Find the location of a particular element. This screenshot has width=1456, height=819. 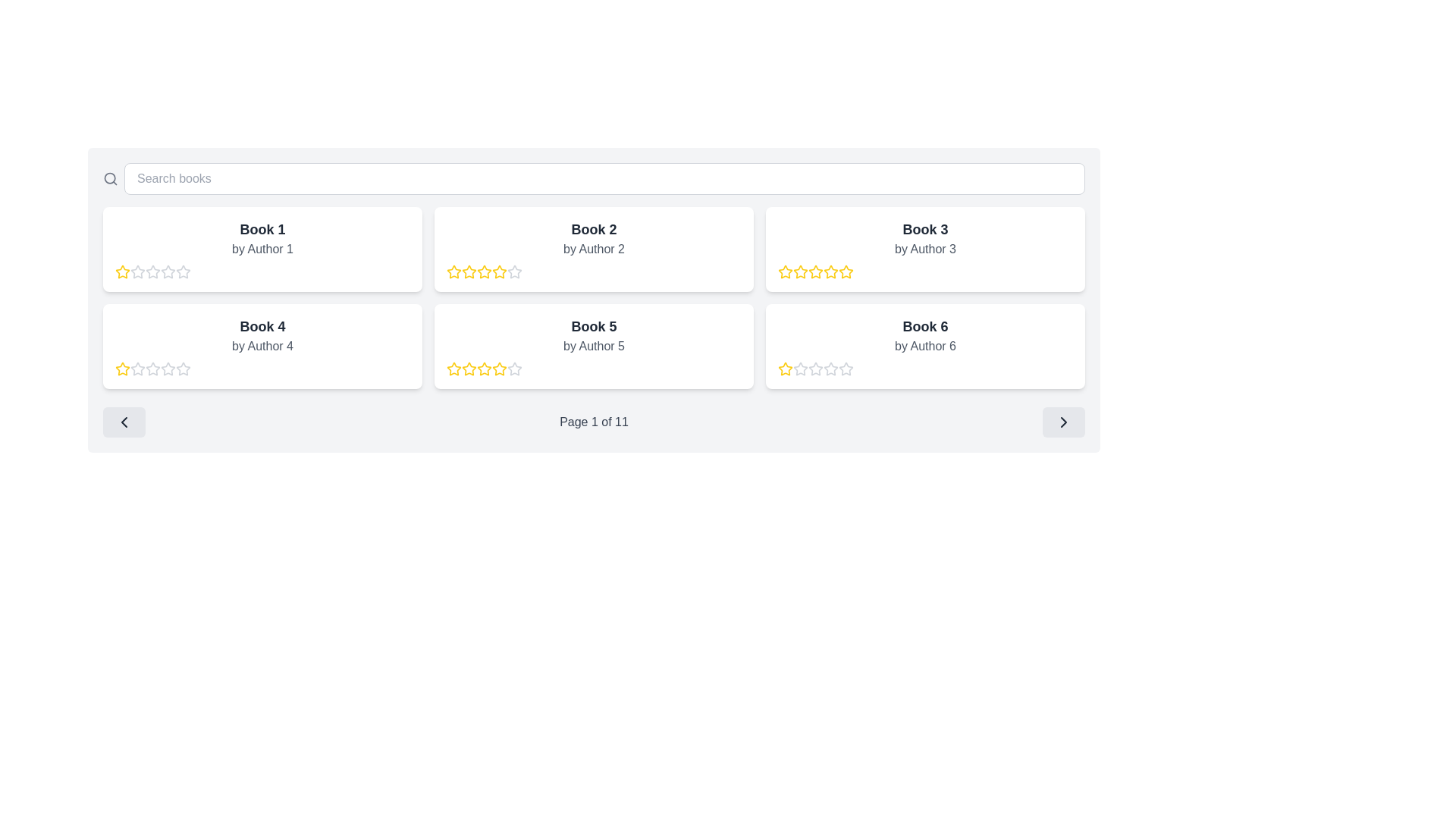

the left-pointing chevron icon located in the bottom-left corner of the main content area is located at coordinates (124, 422).